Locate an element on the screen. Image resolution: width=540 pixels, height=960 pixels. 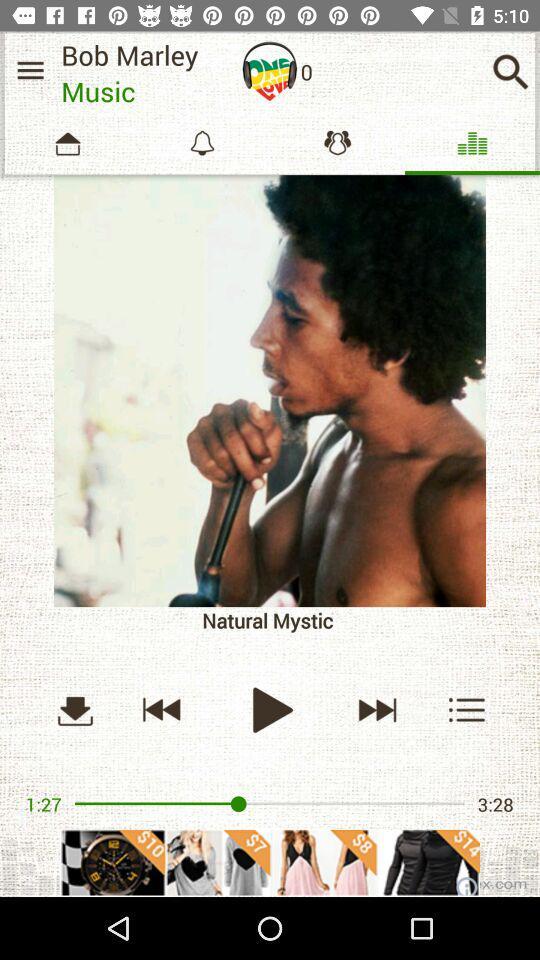
click for options is located at coordinates (467, 709).